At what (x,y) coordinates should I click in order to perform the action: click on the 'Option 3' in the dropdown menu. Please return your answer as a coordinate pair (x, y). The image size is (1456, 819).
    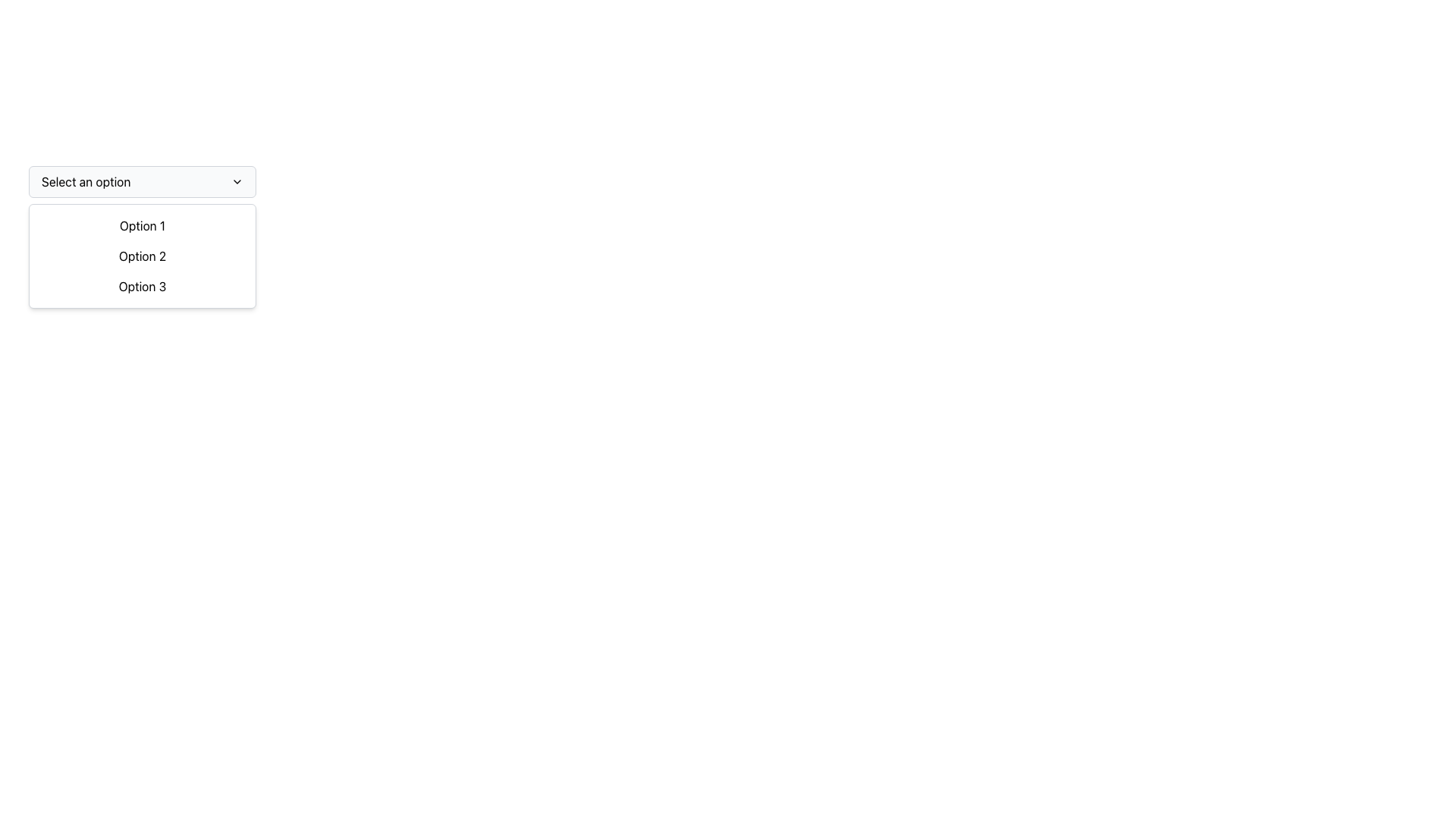
    Looking at the image, I should click on (142, 287).